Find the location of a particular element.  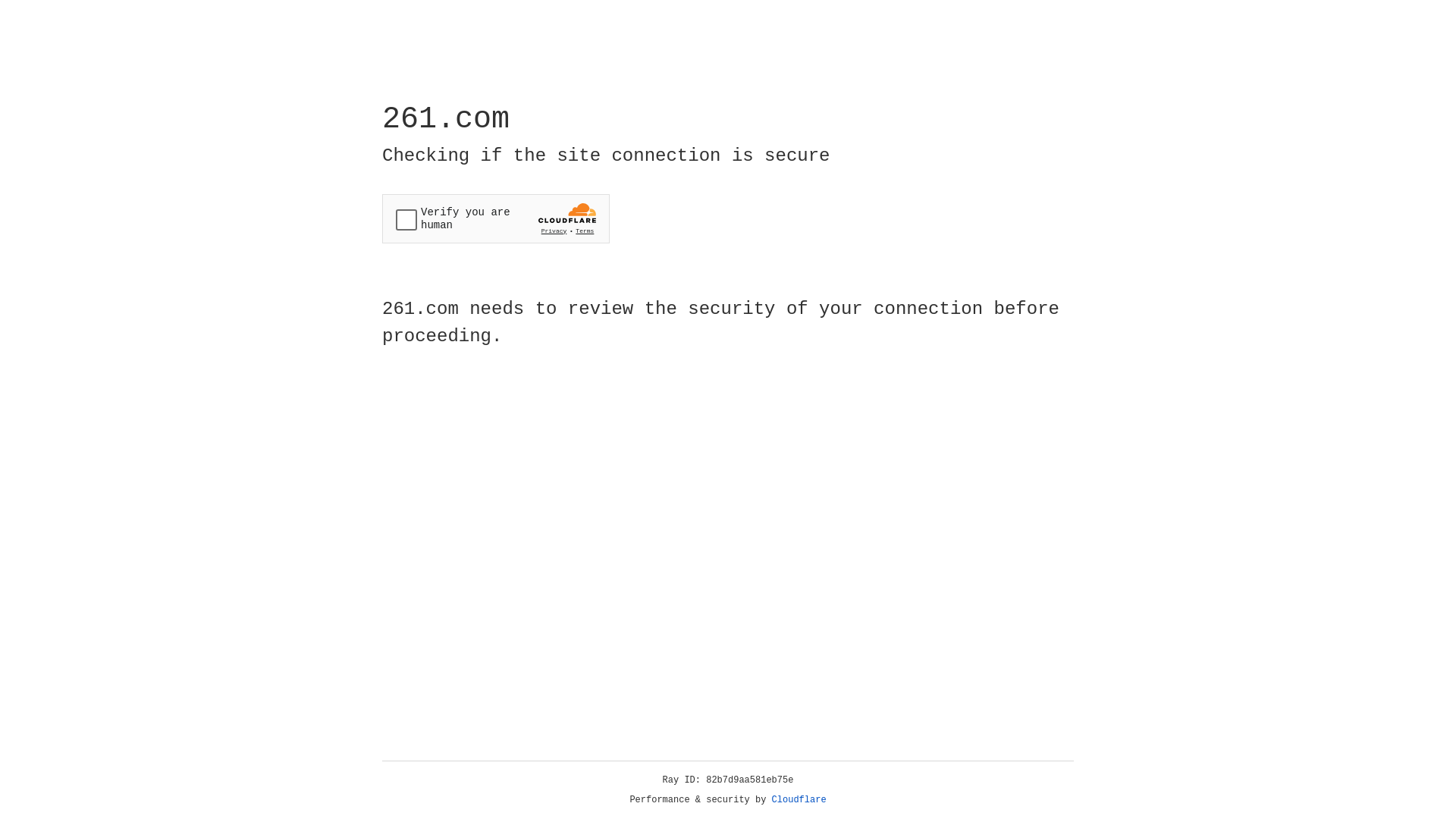

'Cloudflare' is located at coordinates (771, 799).